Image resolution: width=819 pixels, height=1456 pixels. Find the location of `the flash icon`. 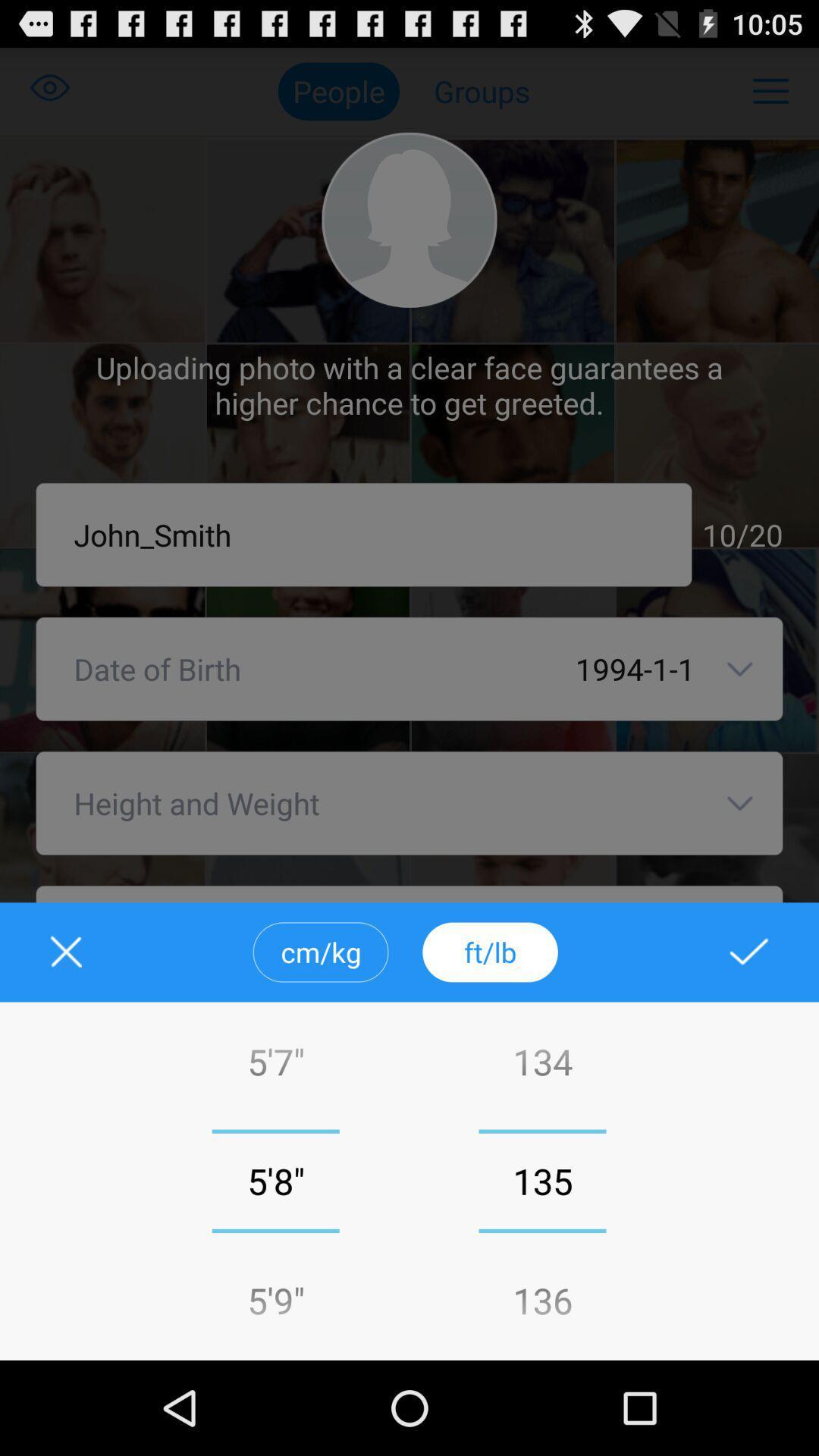

the flash icon is located at coordinates (738, 1018).